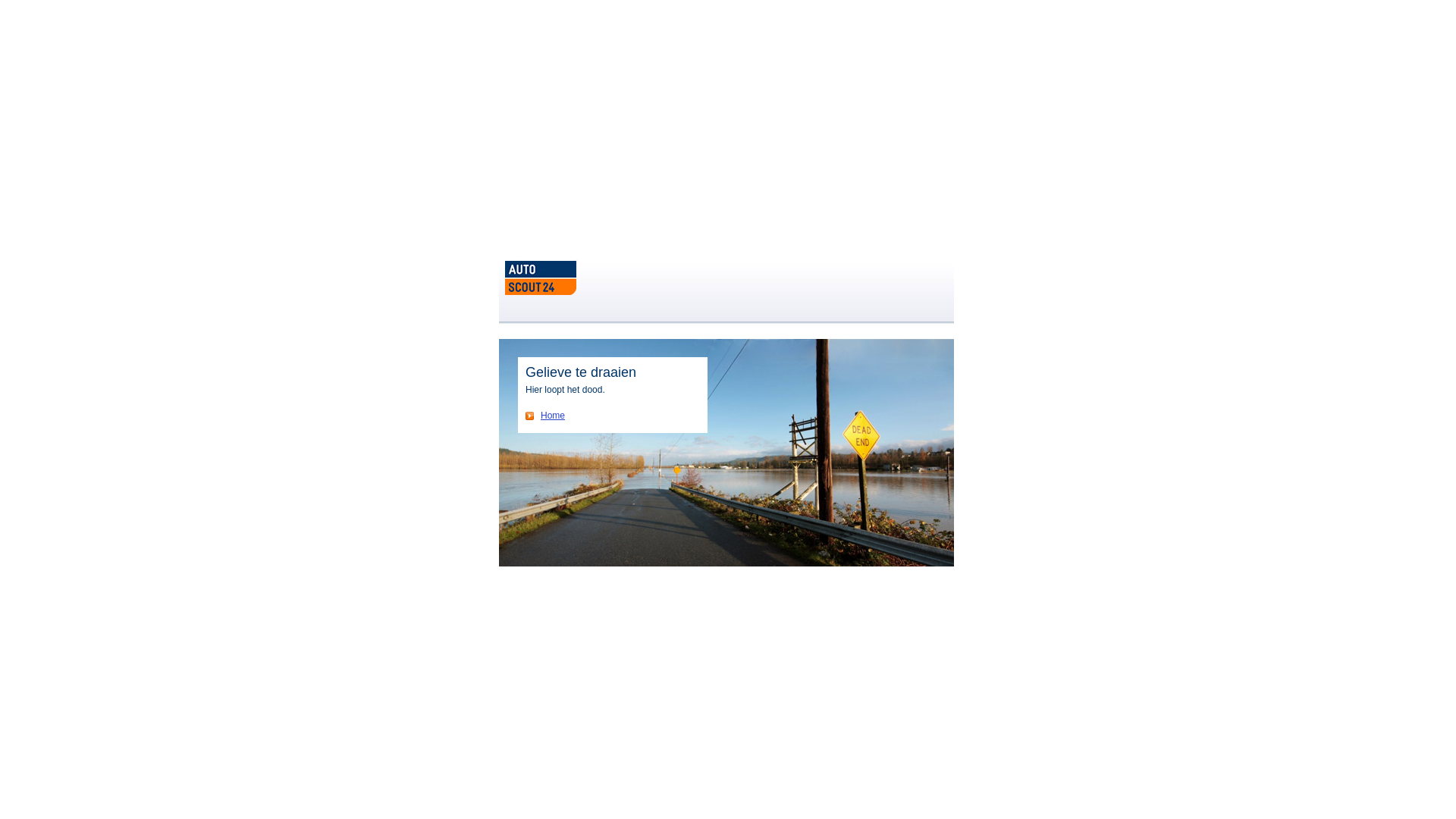 The width and height of the screenshot is (1456, 819). I want to click on 'Home', so click(545, 415).